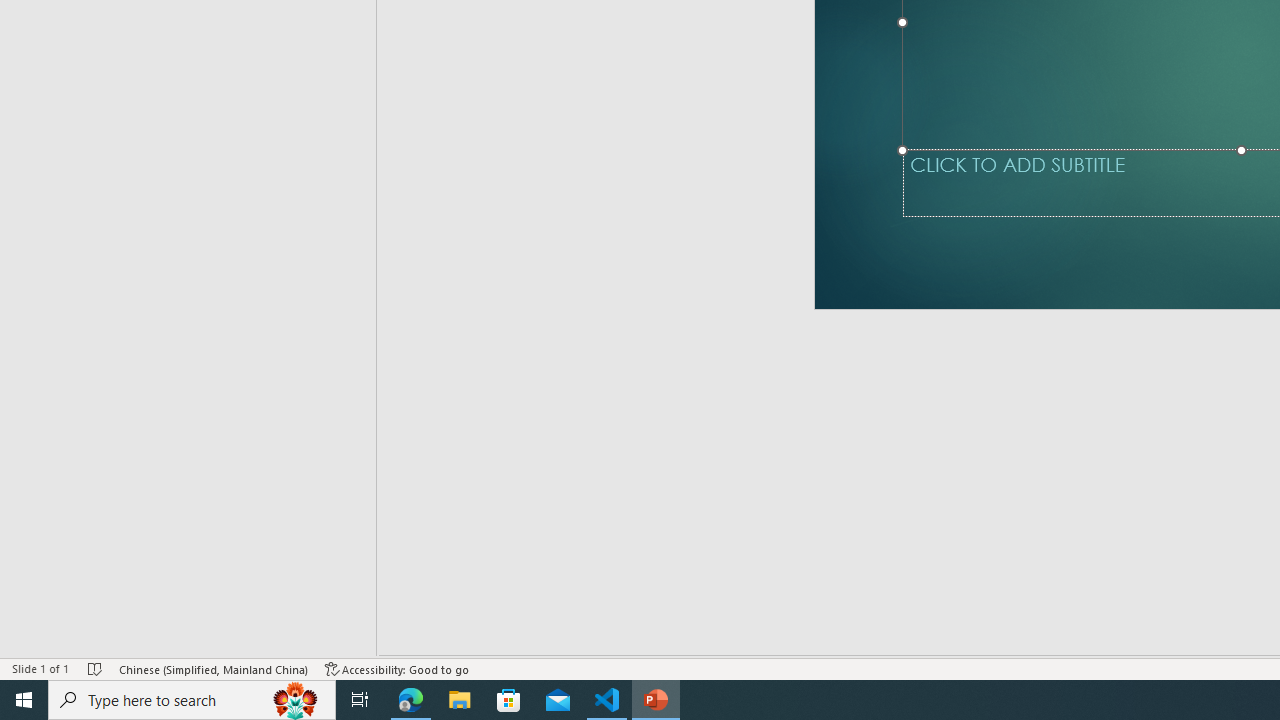  I want to click on 'Language English (United States)', so click(224, 640).